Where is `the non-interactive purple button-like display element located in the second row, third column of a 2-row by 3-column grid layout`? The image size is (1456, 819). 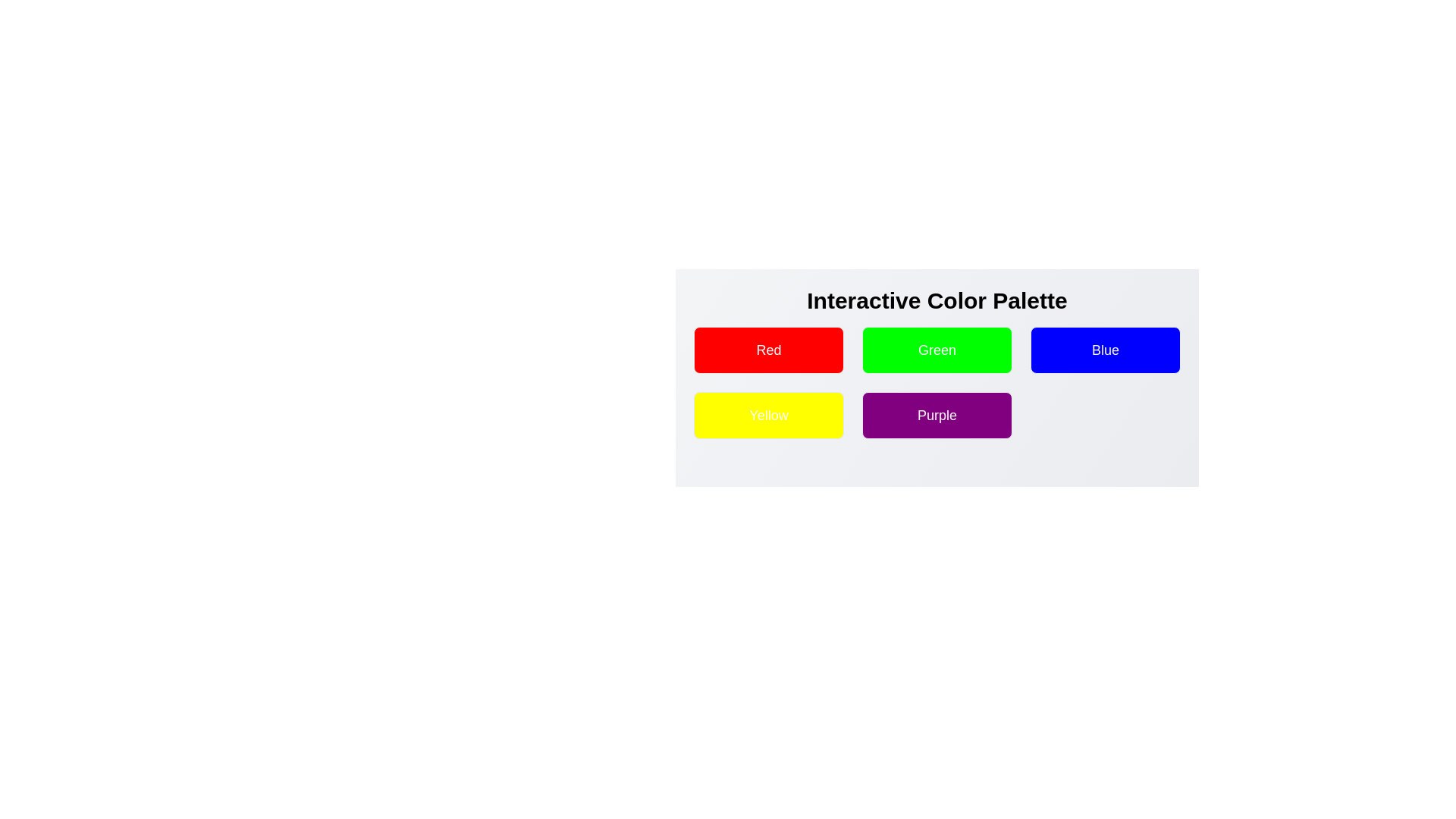 the non-interactive purple button-like display element located in the second row, third column of a 2-row by 3-column grid layout is located at coordinates (937, 415).